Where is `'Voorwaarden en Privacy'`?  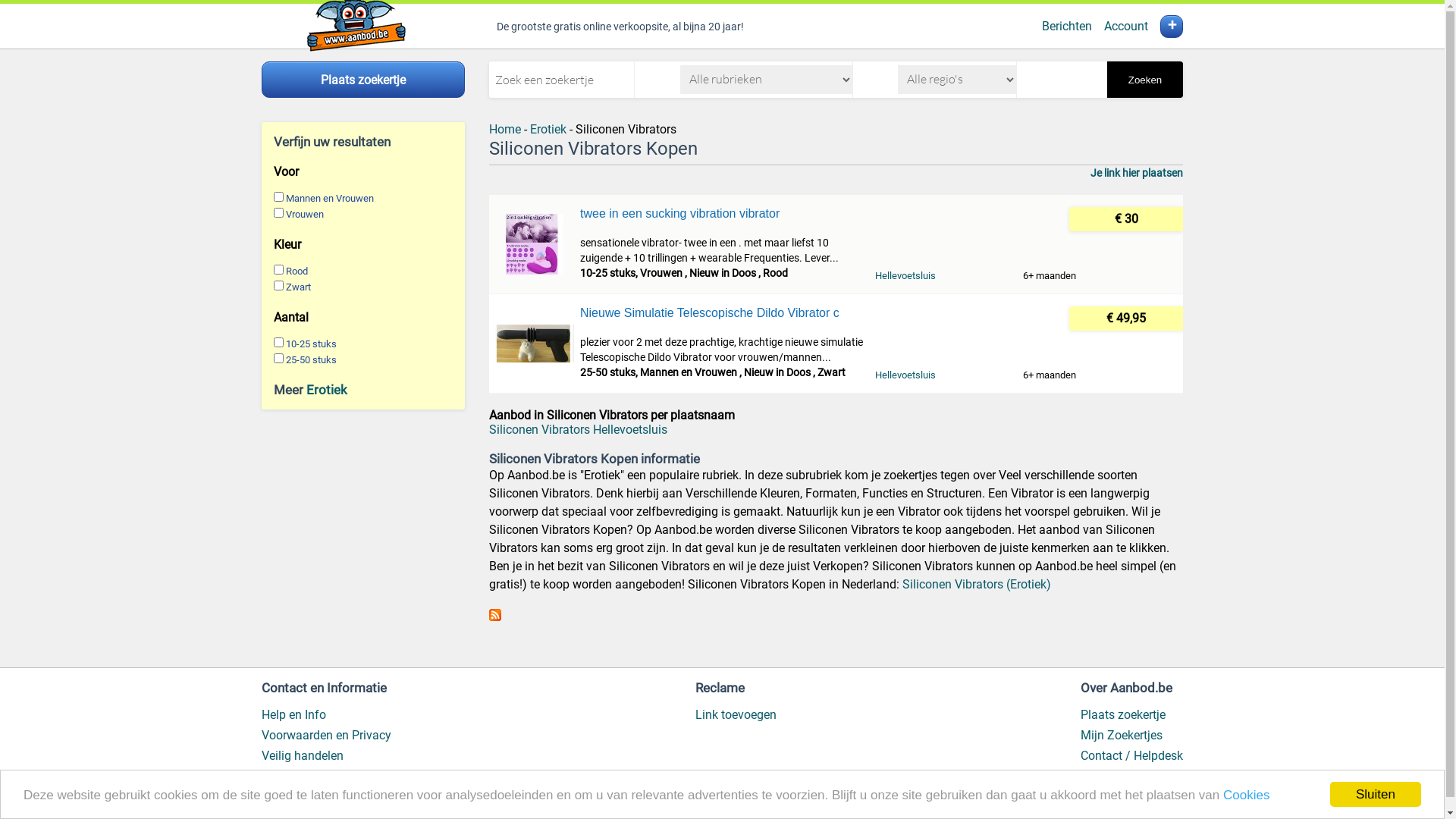 'Voorwaarden en Privacy' is located at coordinates (325, 734).